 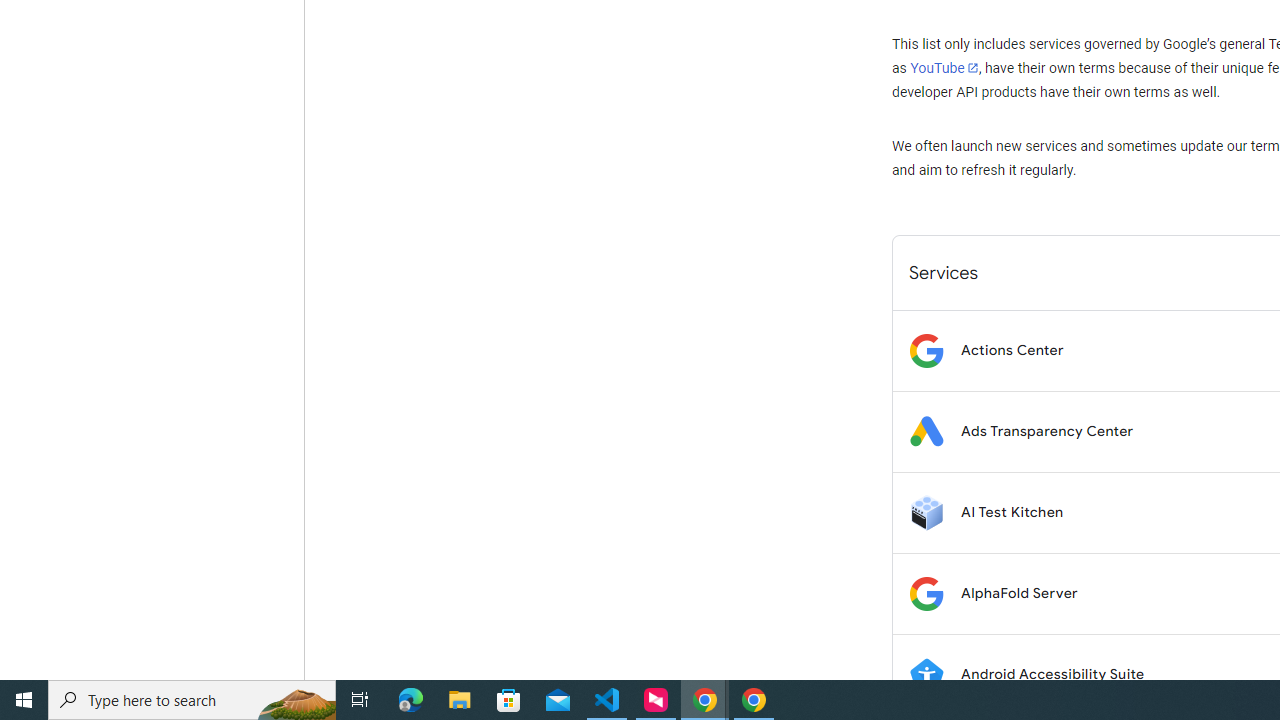 I want to click on 'Logo for AI Test Kitchen', so click(x=925, y=511).